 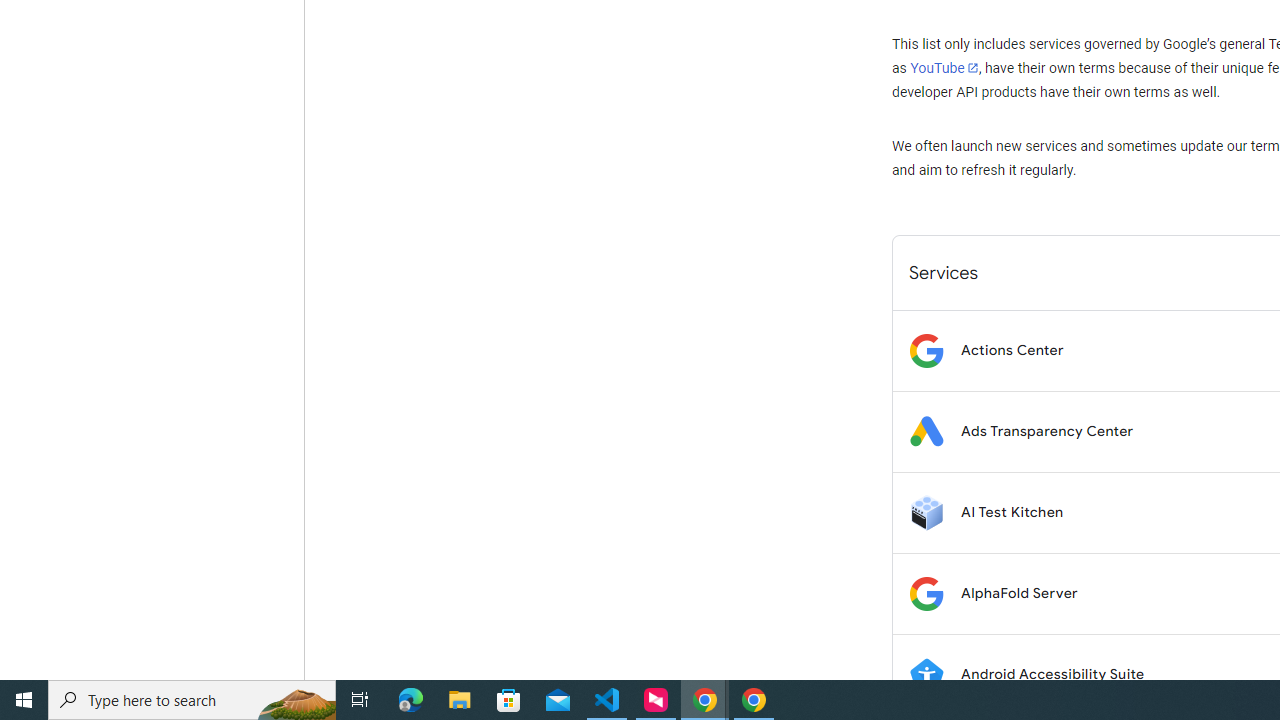 I want to click on 'Logo for AI Test Kitchen', so click(x=925, y=511).